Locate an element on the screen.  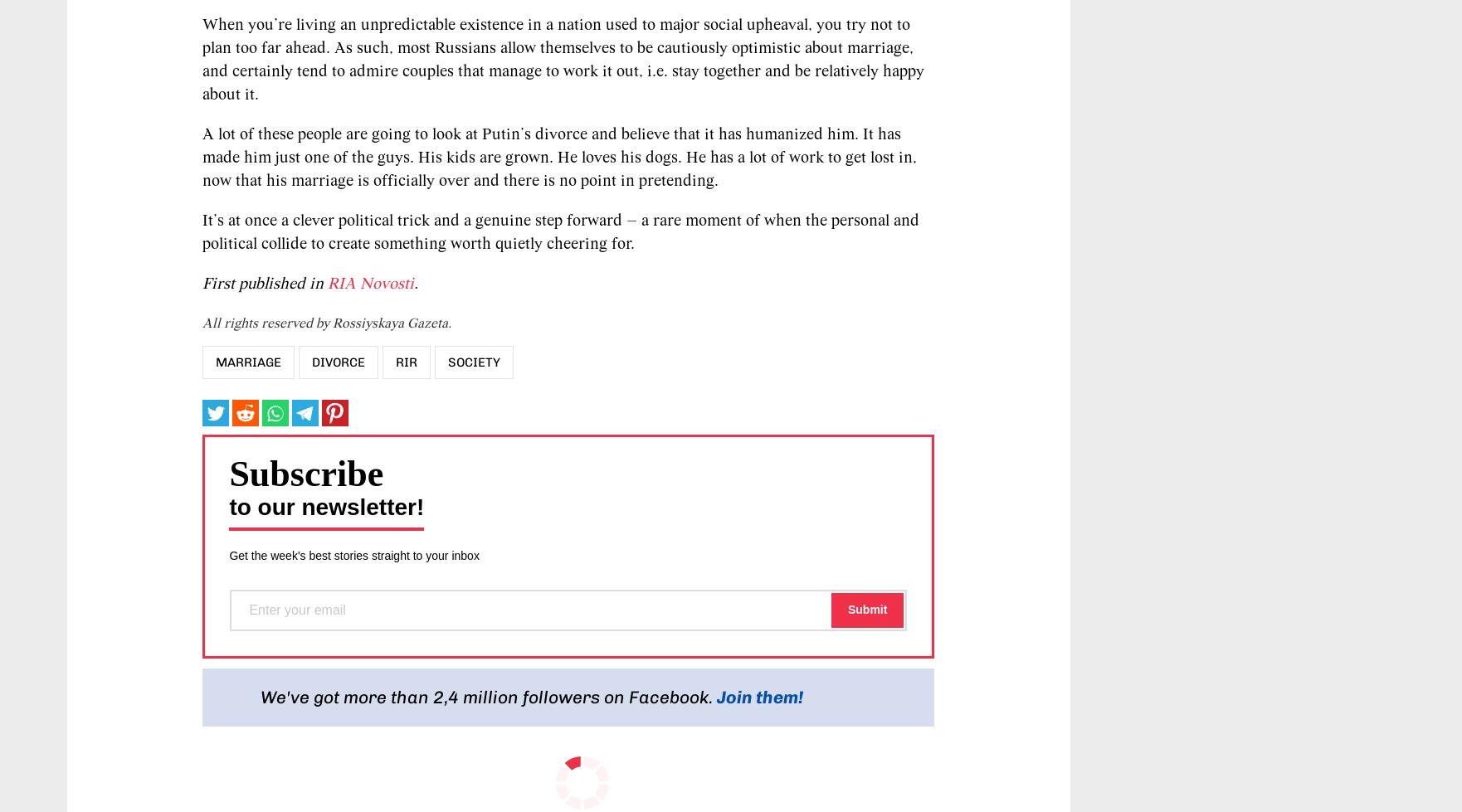
'marriage' is located at coordinates (248, 362).